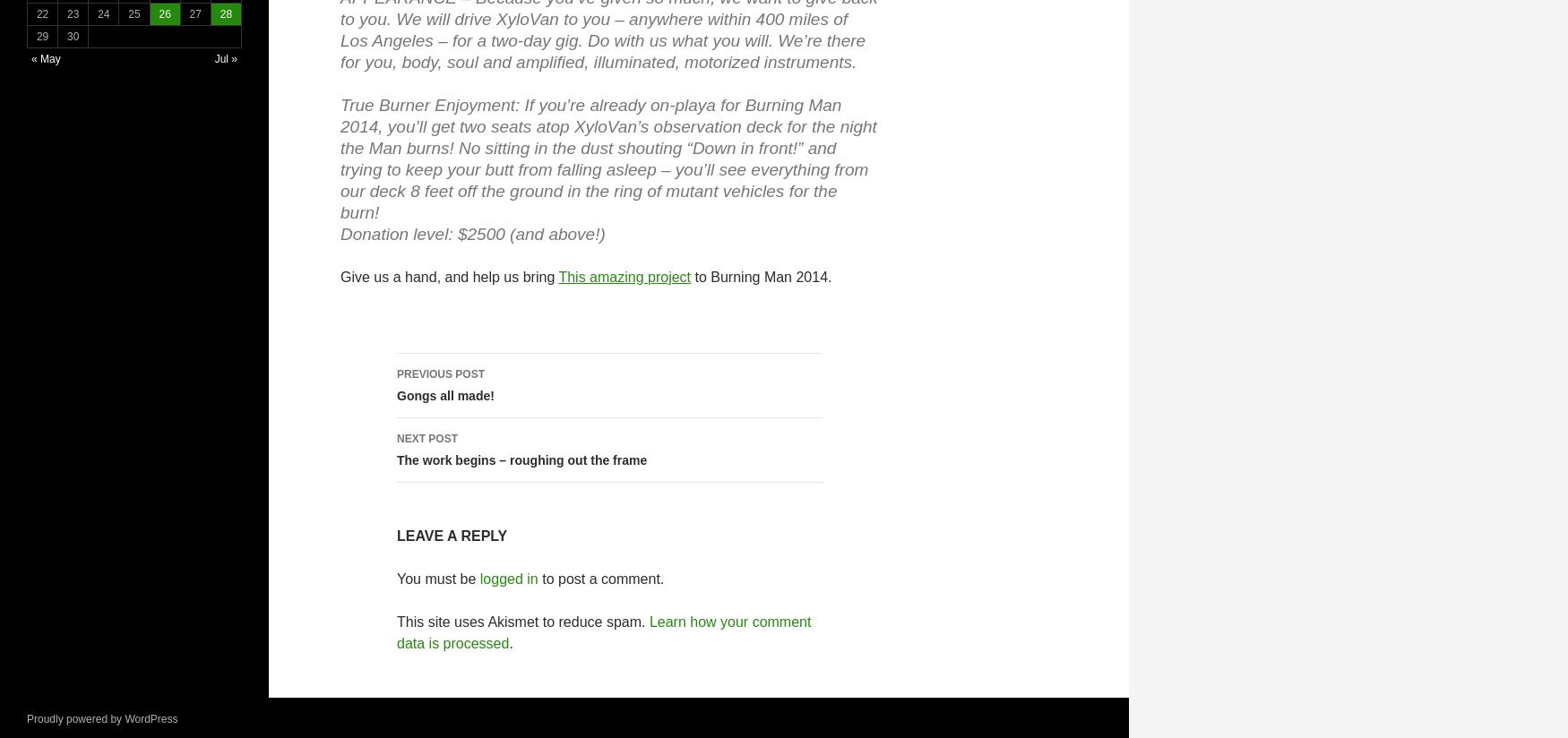 Image resolution: width=1568 pixels, height=738 pixels. I want to click on 'Leave a Reply', so click(451, 536).